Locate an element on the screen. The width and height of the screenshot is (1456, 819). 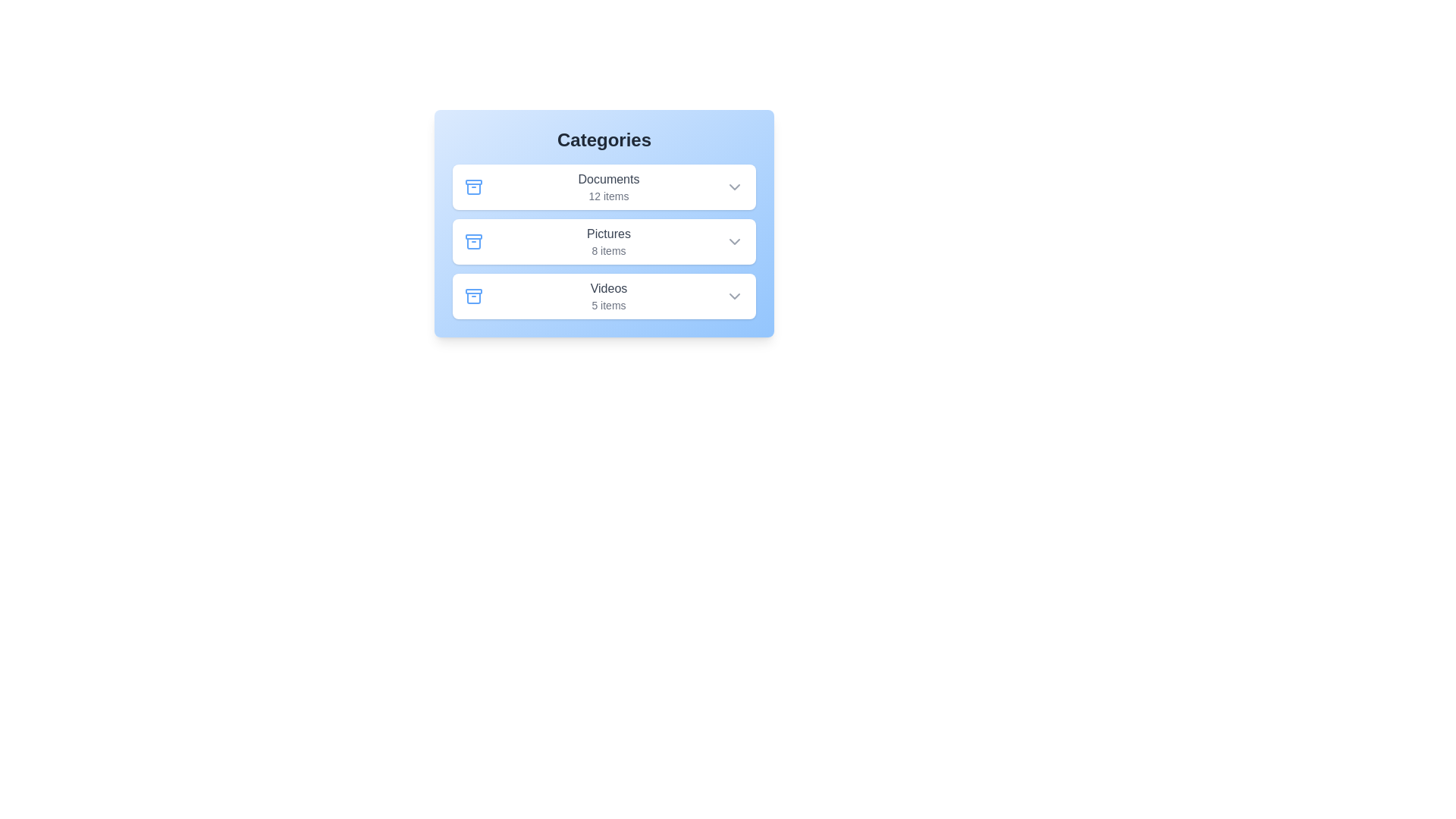
the category item Pictures to highlight it is located at coordinates (603, 241).